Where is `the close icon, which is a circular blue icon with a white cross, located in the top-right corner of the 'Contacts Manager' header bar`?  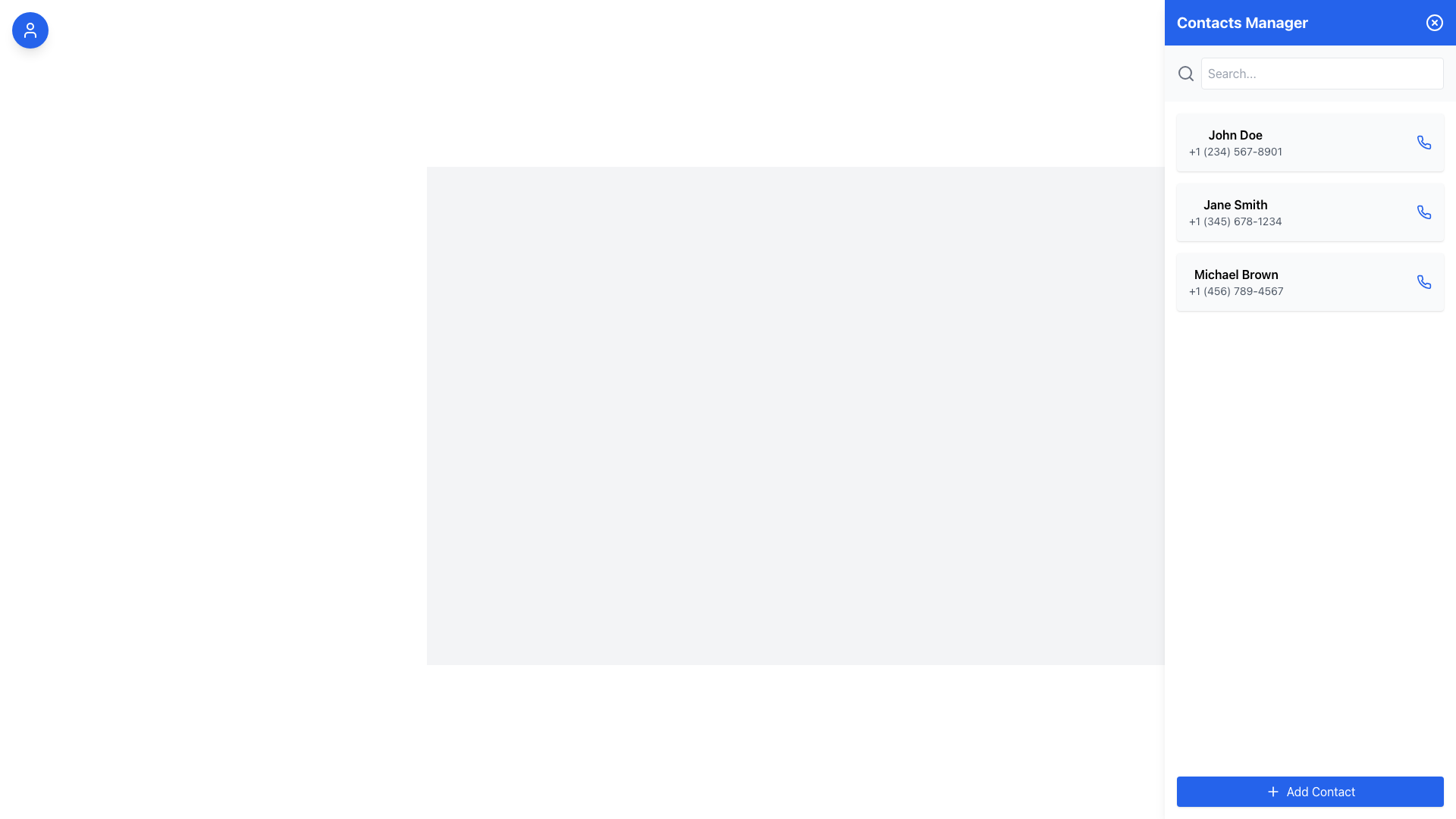 the close icon, which is a circular blue icon with a white cross, located in the top-right corner of the 'Contacts Manager' header bar is located at coordinates (1433, 23).